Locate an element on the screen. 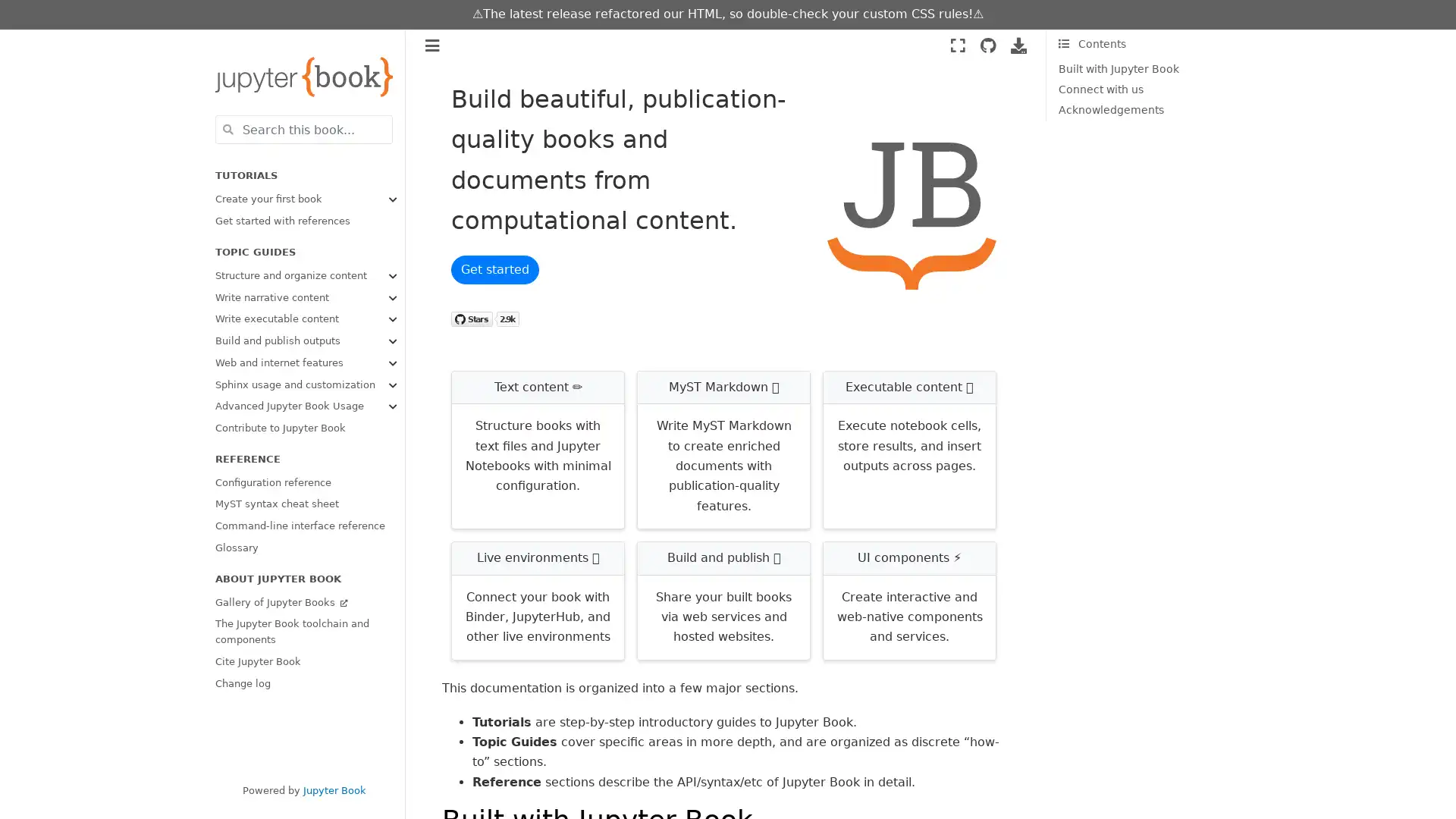  Download this page is located at coordinates (1018, 45).